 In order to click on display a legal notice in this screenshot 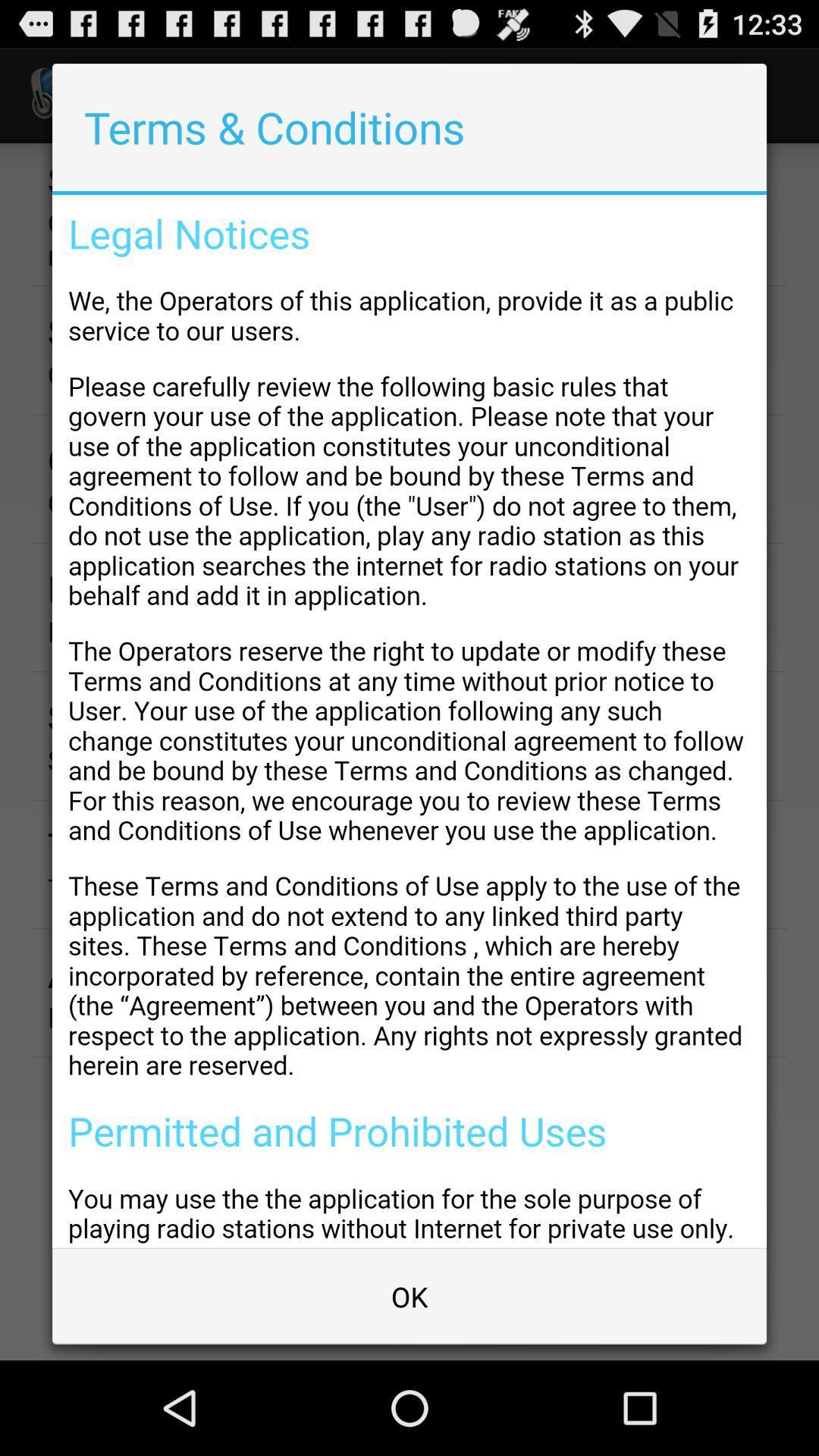, I will do `click(409, 720)`.